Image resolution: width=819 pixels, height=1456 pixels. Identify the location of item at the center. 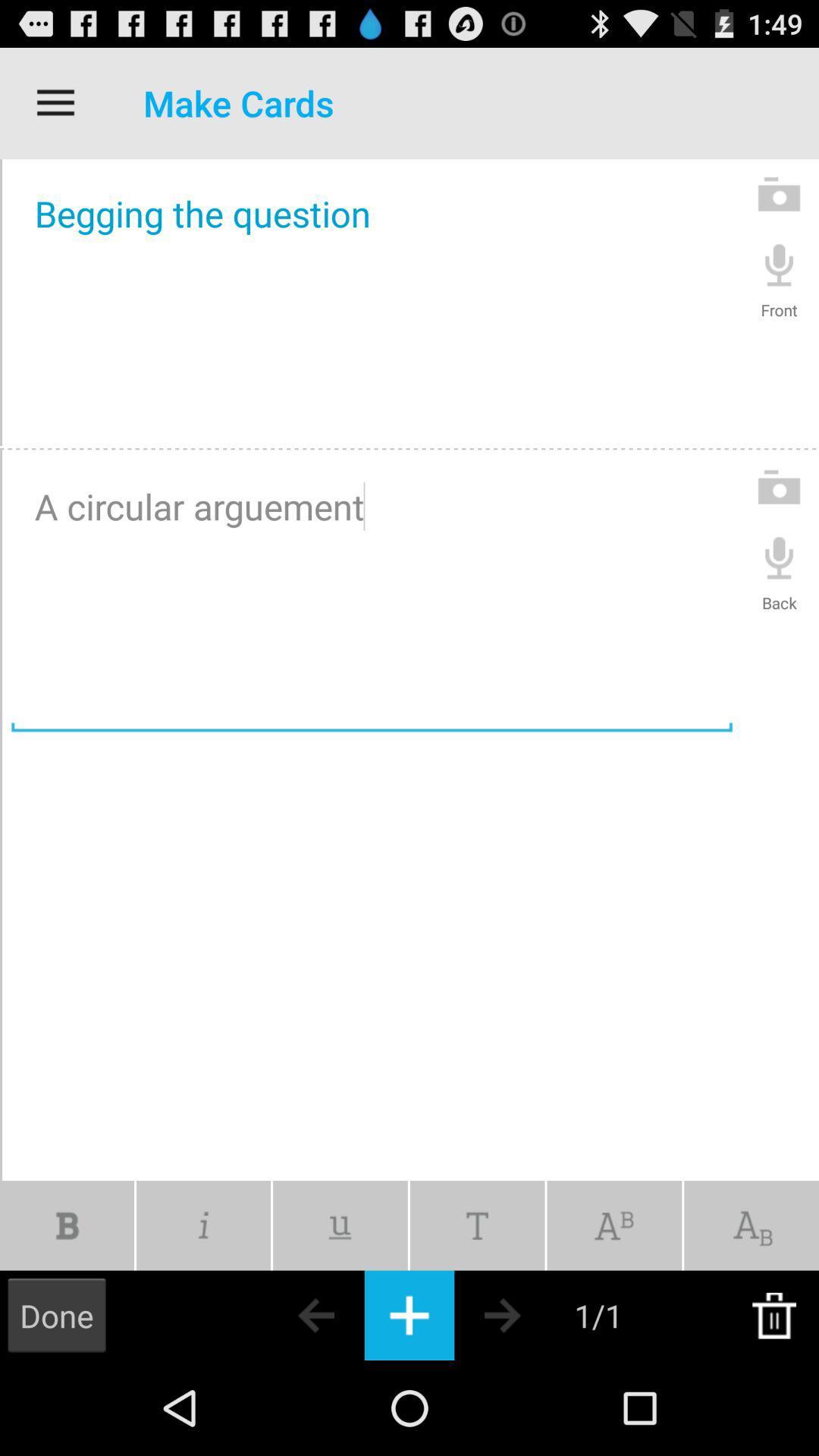
(372, 595).